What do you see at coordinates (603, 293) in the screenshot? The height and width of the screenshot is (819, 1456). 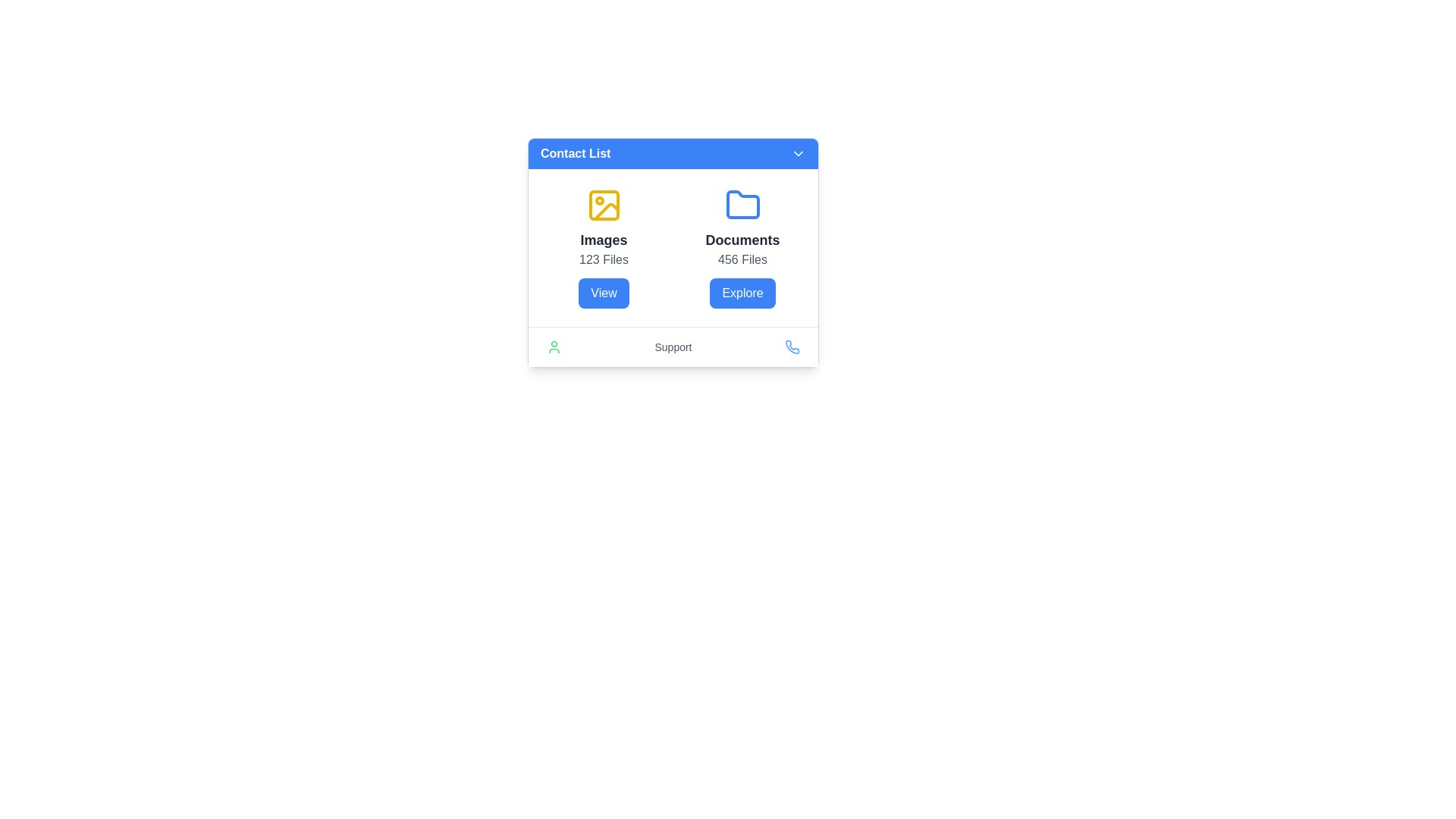 I see `the interactive button located in the lower section of the 'Images' sub-panel, directly below the text '123 Files'` at bounding box center [603, 293].